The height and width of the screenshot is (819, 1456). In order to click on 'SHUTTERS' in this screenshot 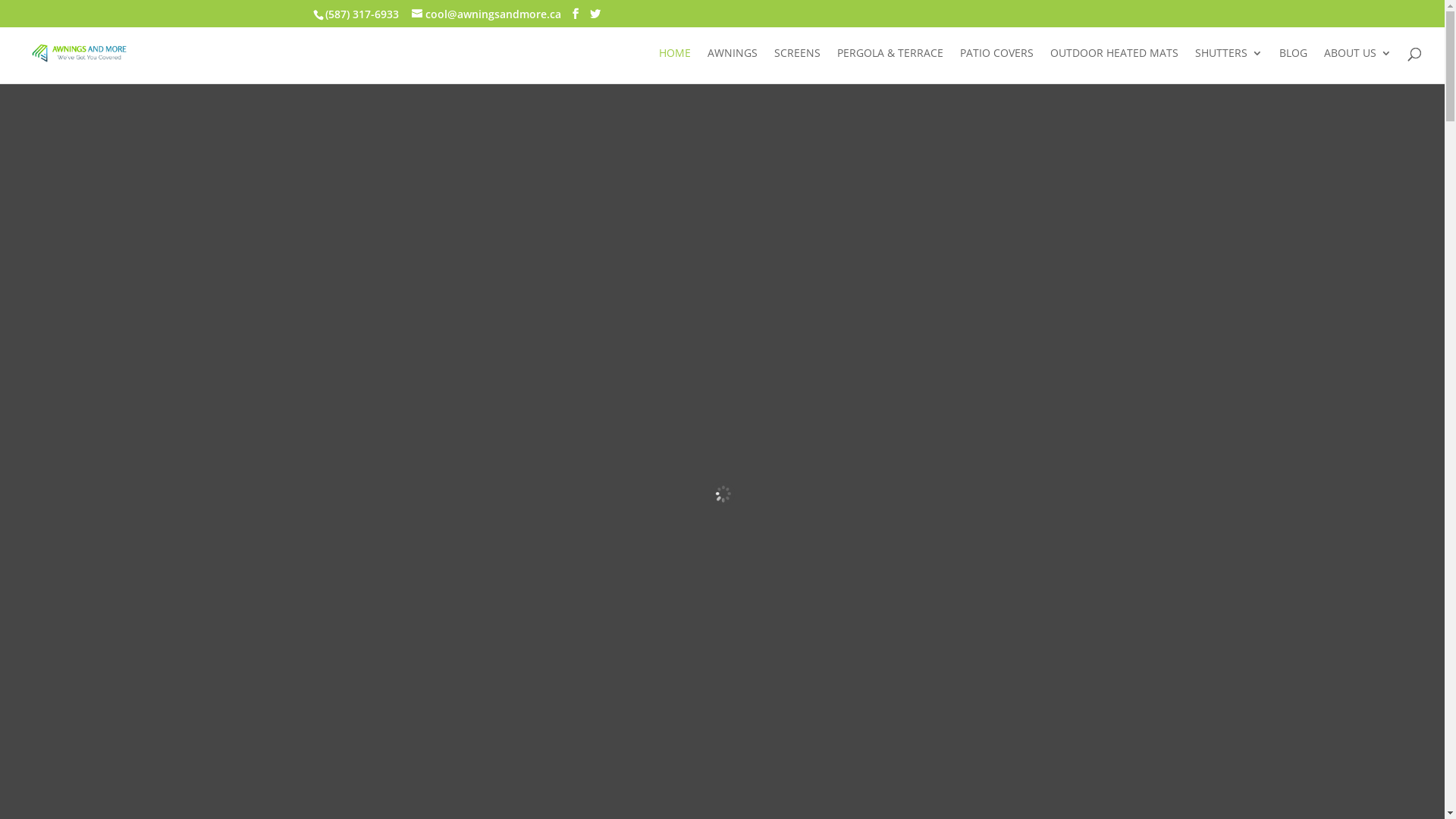, I will do `click(1228, 64)`.